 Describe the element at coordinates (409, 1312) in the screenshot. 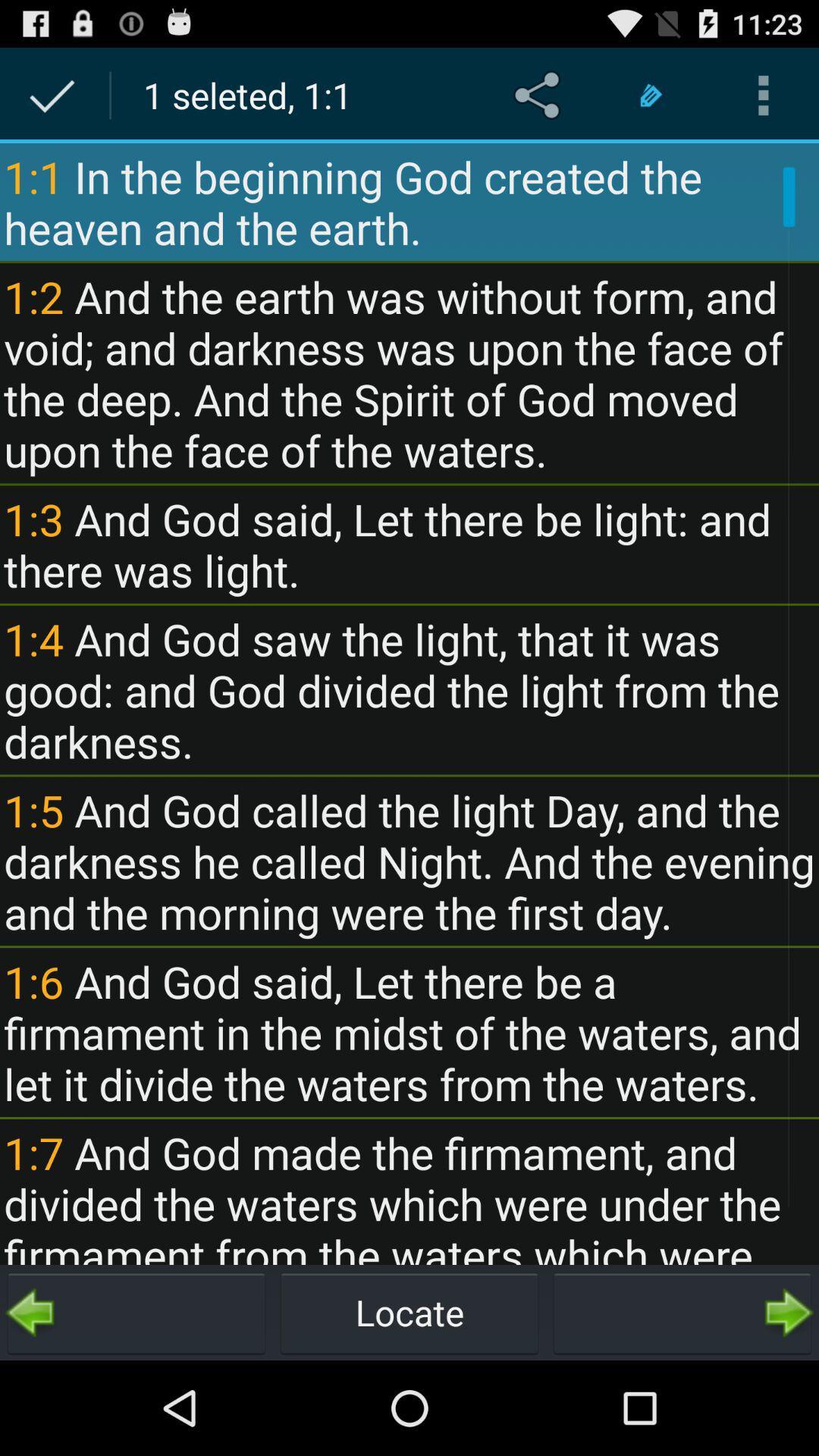

I see `locate button` at that location.